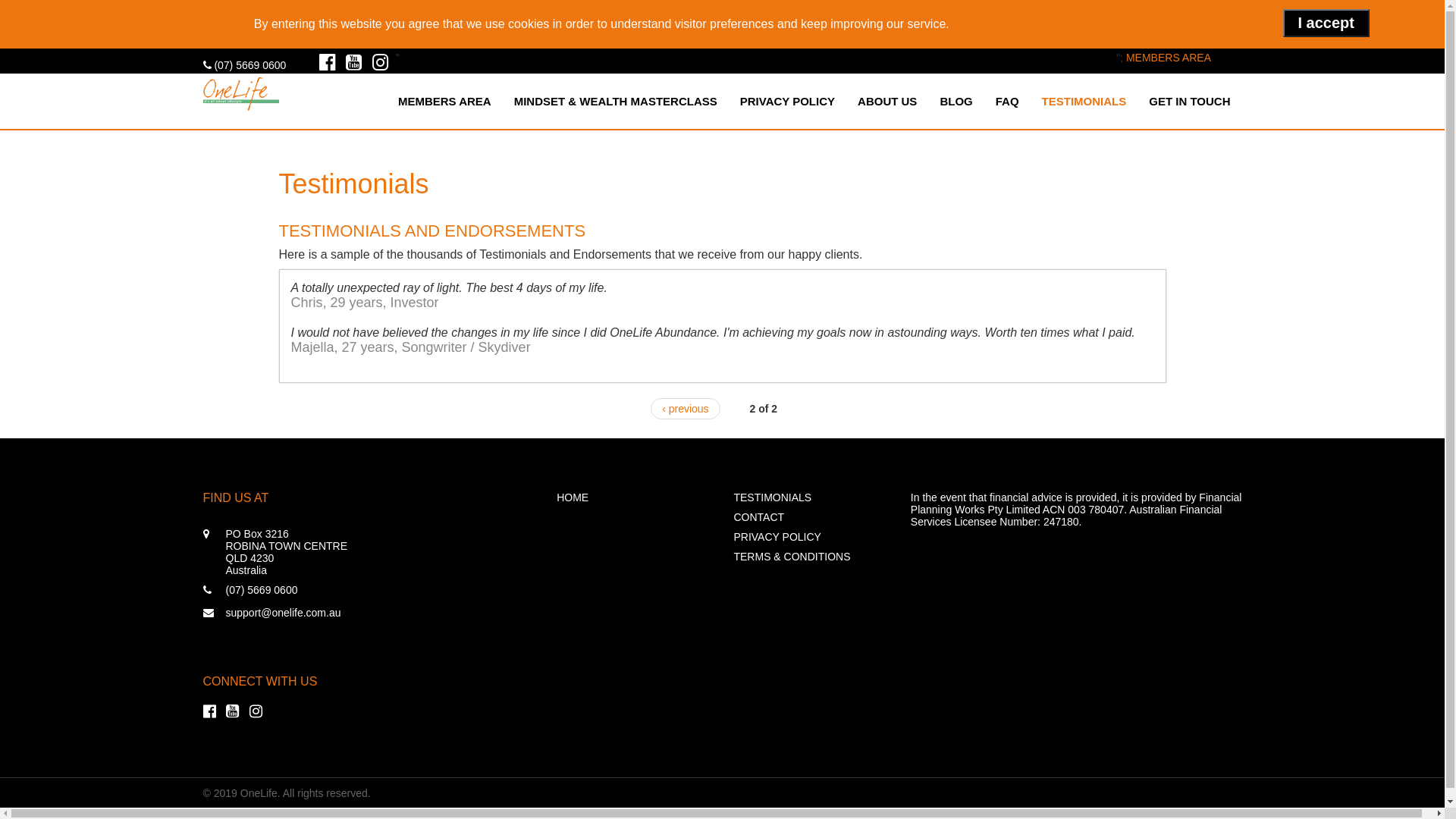  I want to click on 'FAQ', so click(984, 101).